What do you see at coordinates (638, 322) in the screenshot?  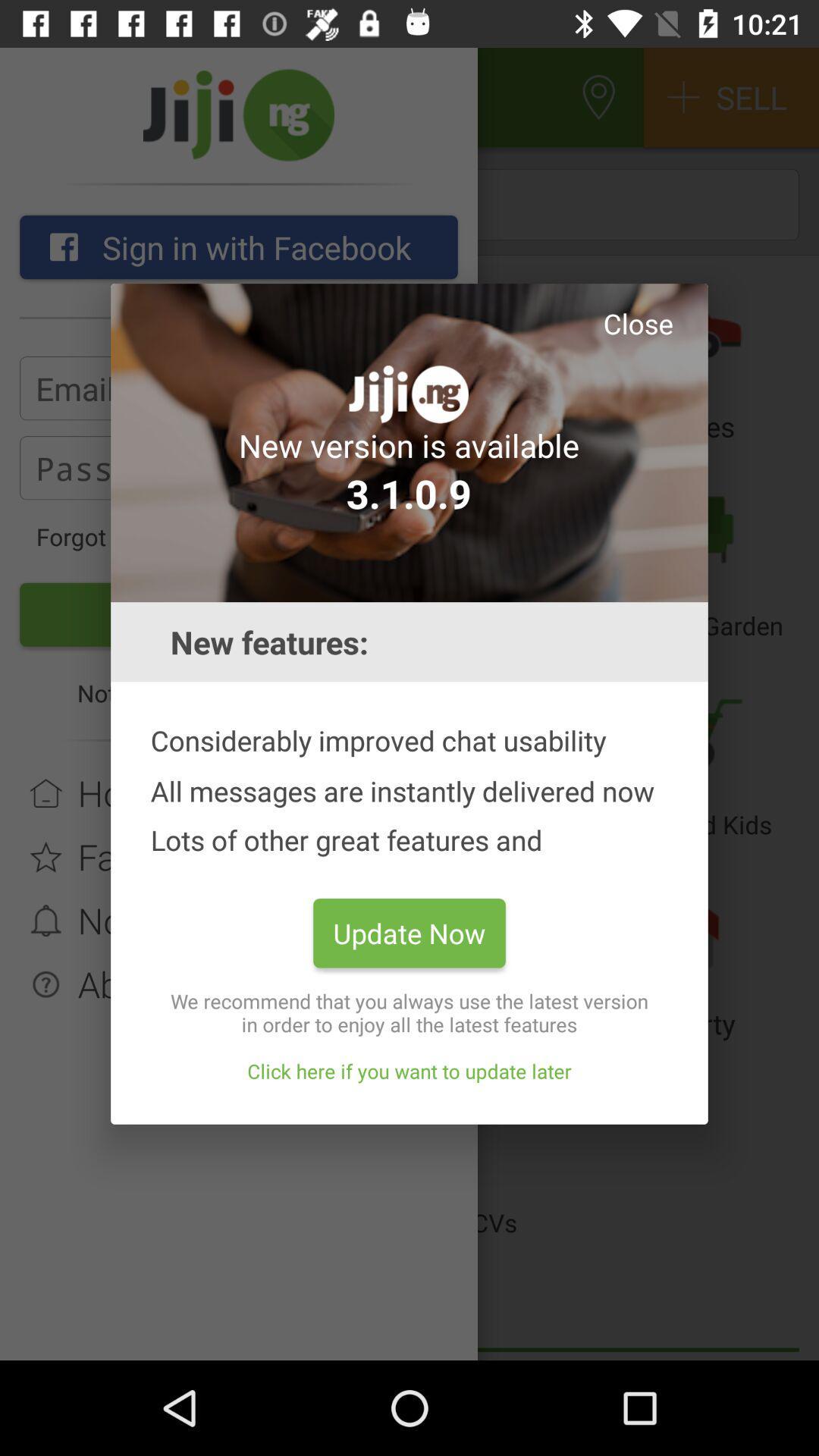 I see `the close at the top right corner` at bounding box center [638, 322].